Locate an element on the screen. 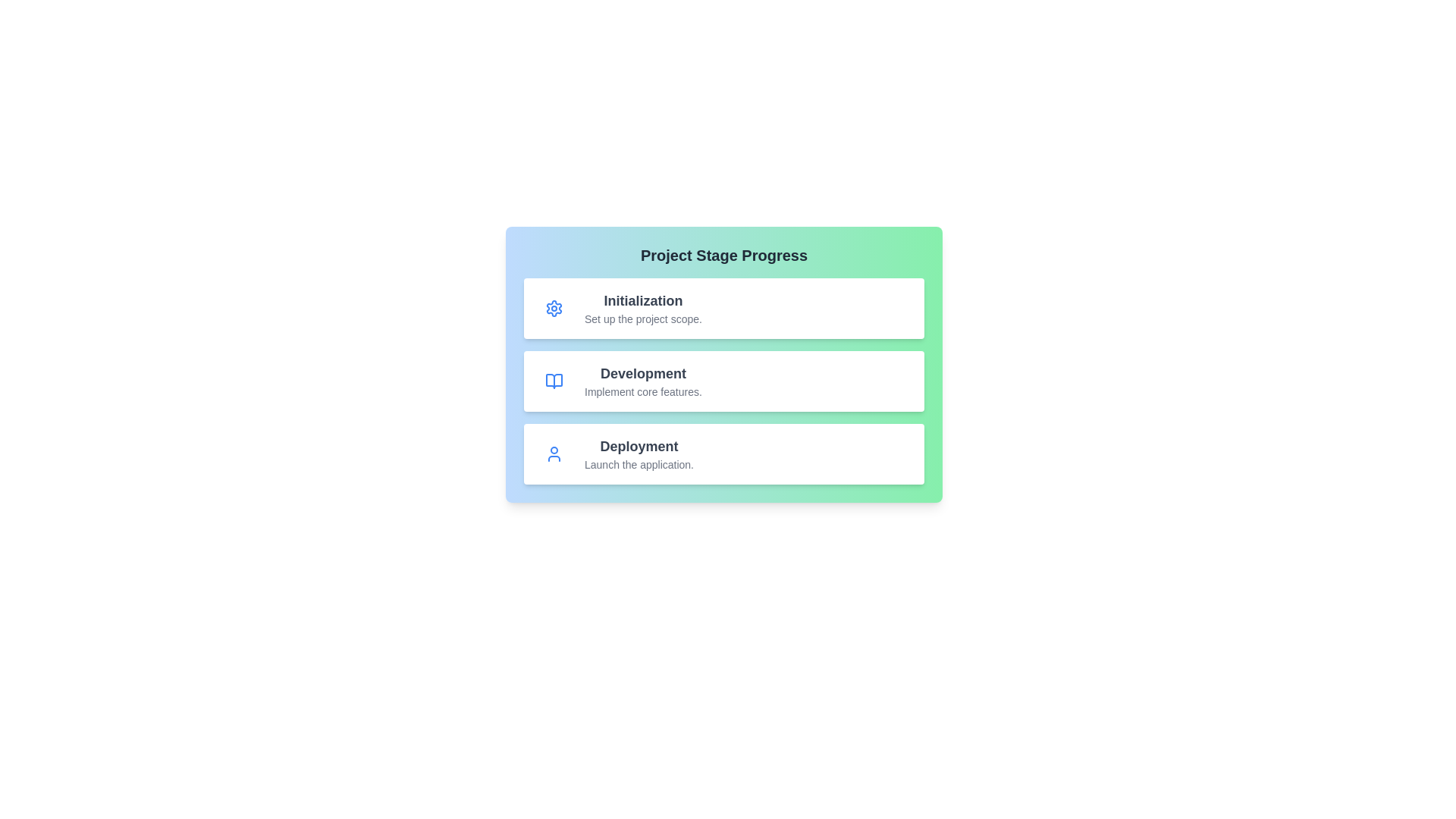 This screenshot has width=1456, height=819. text block labeled 'Deployment', which is the third entry in a vertically stacked list of descriptive labels for different stages is located at coordinates (639, 453).